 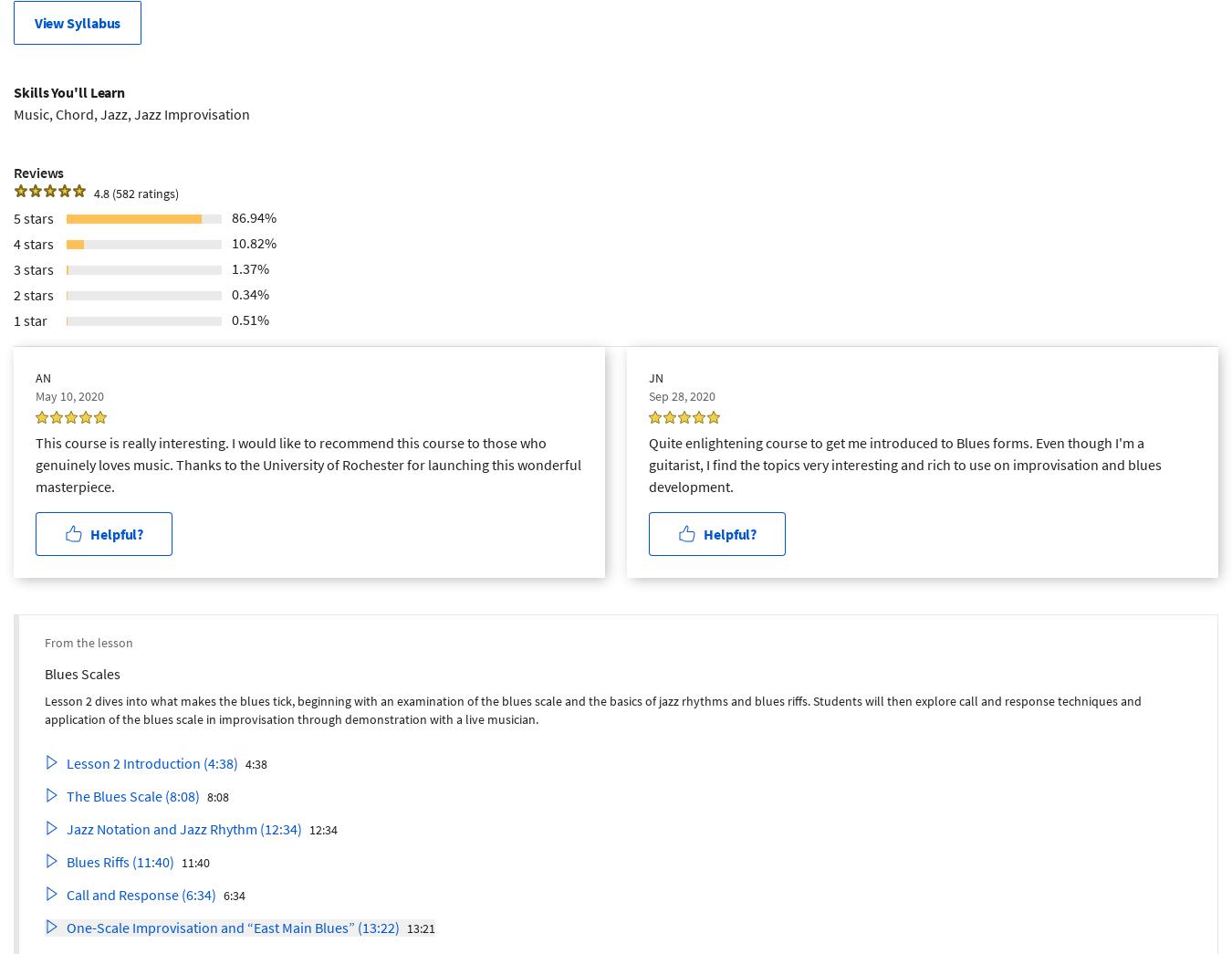 I want to click on '1 star', so click(x=29, y=318).